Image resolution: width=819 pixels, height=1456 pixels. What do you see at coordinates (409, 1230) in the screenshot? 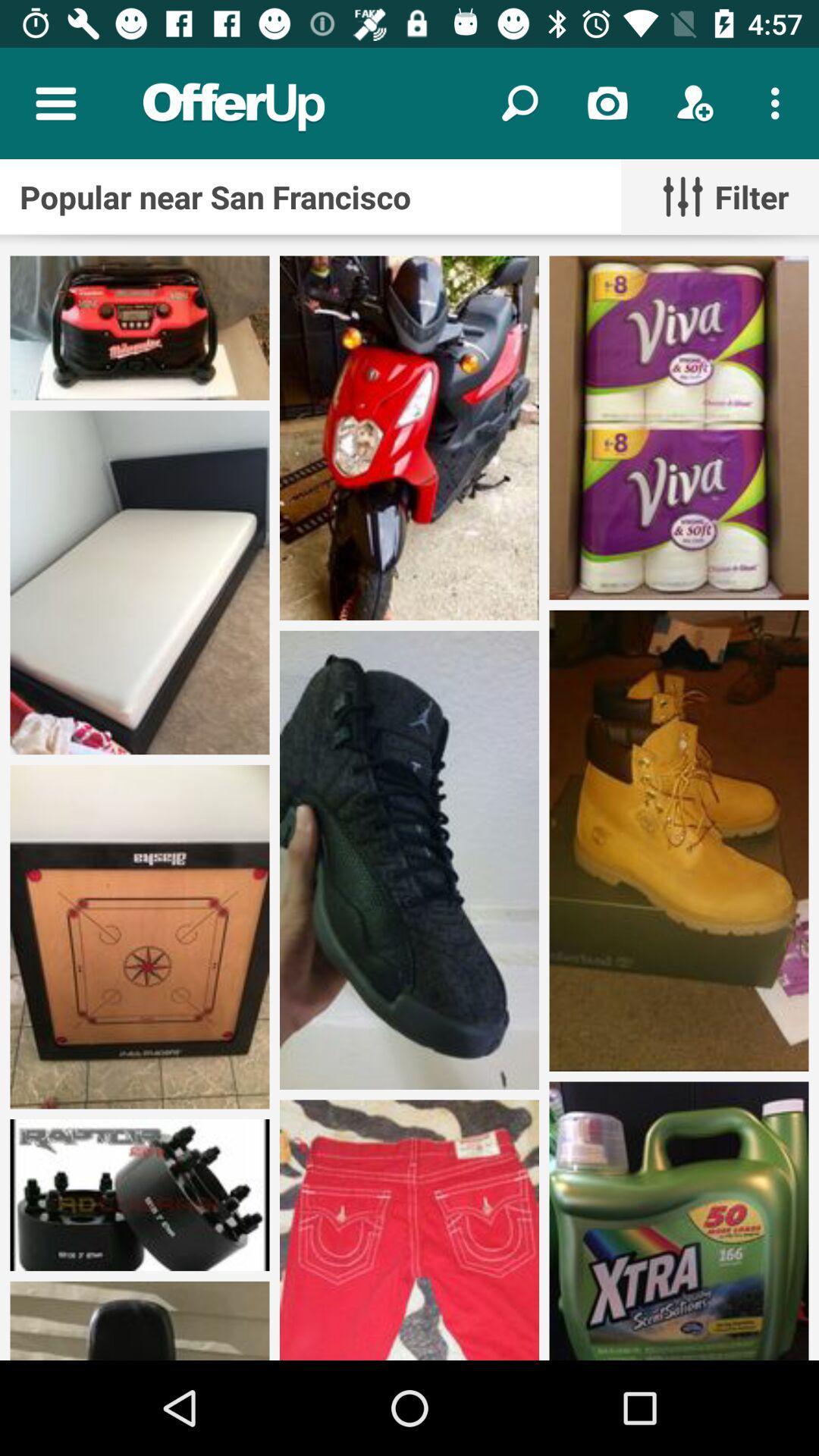
I see `the image which consists of red jeans` at bounding box center [409, 1230].